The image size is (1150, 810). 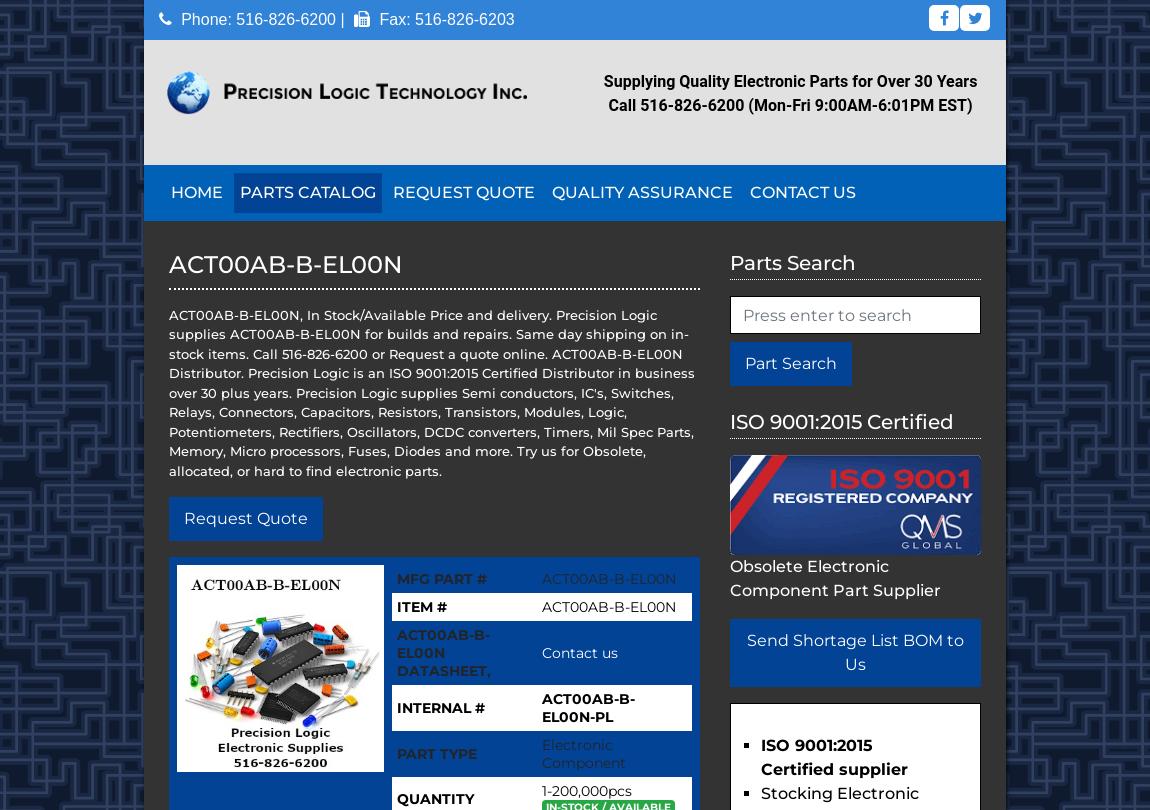 What do you see at coordinates (541, 789) in the screenshot?
I see `'1-200,000pcs'` at bounding box center [541, 789].